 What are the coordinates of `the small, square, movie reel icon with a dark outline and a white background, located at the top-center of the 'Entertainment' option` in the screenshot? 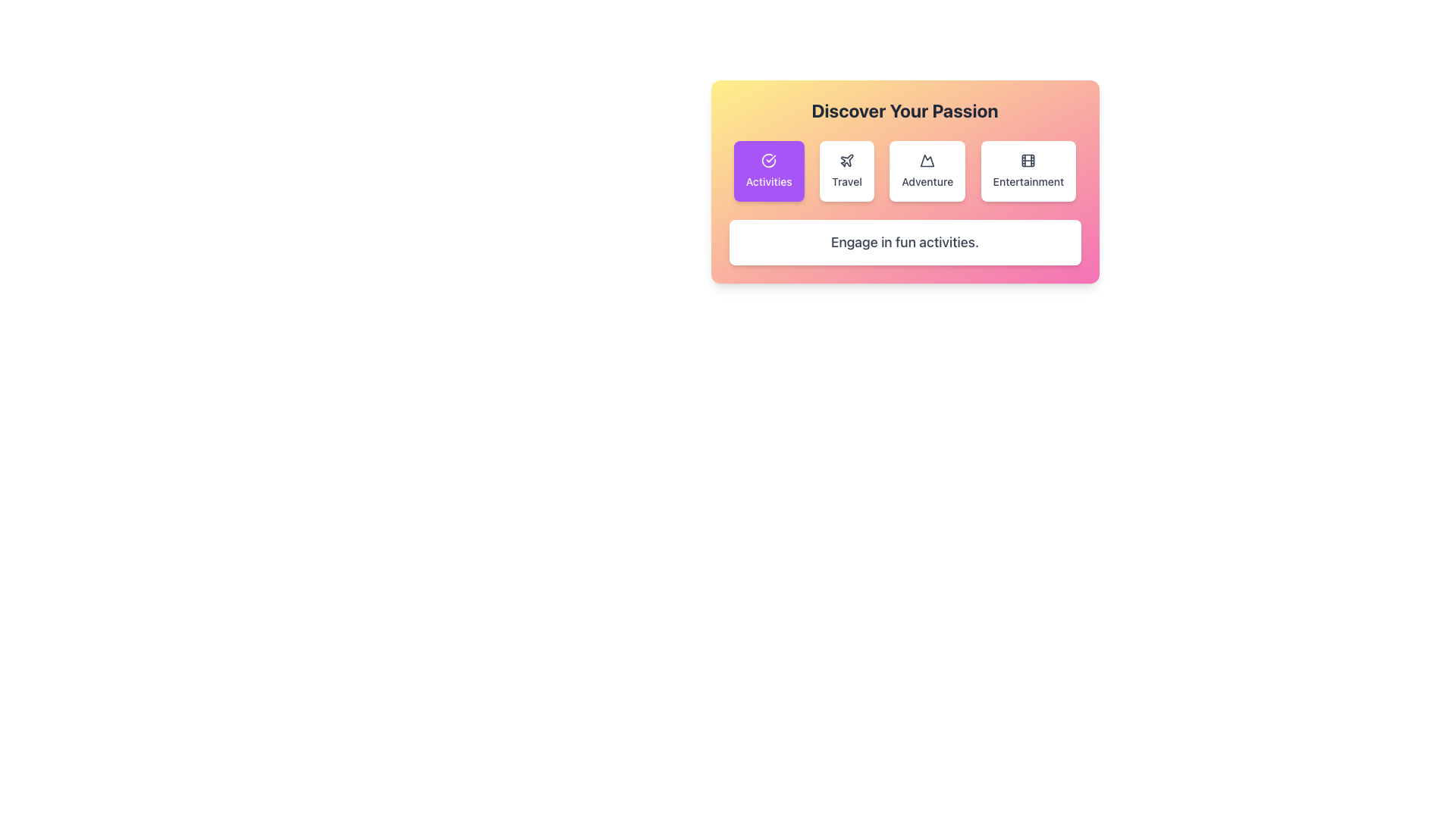 It's located at (1028, 161).